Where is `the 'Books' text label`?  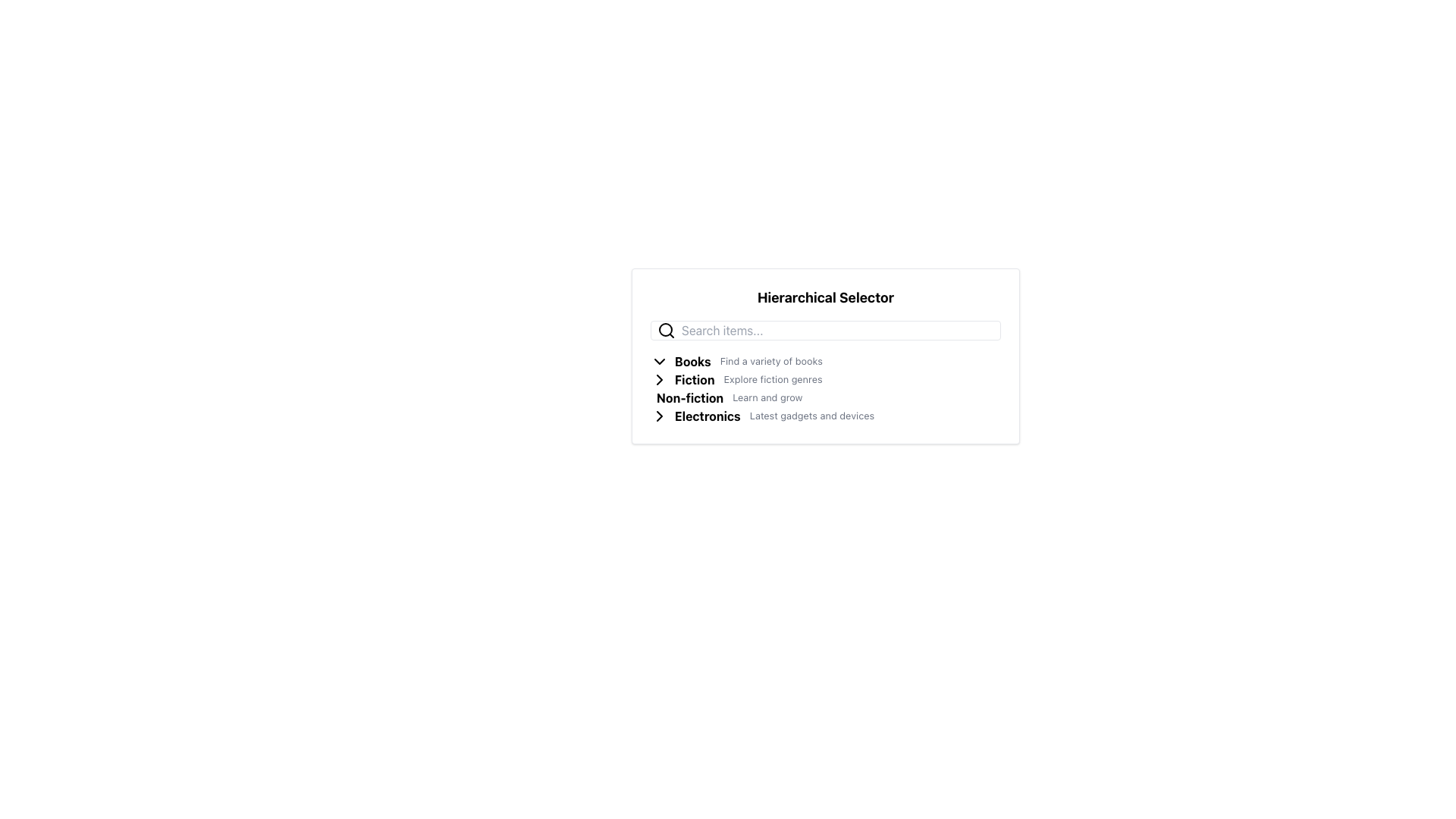
the 'Books' text label is located at coordinates (692, 362).